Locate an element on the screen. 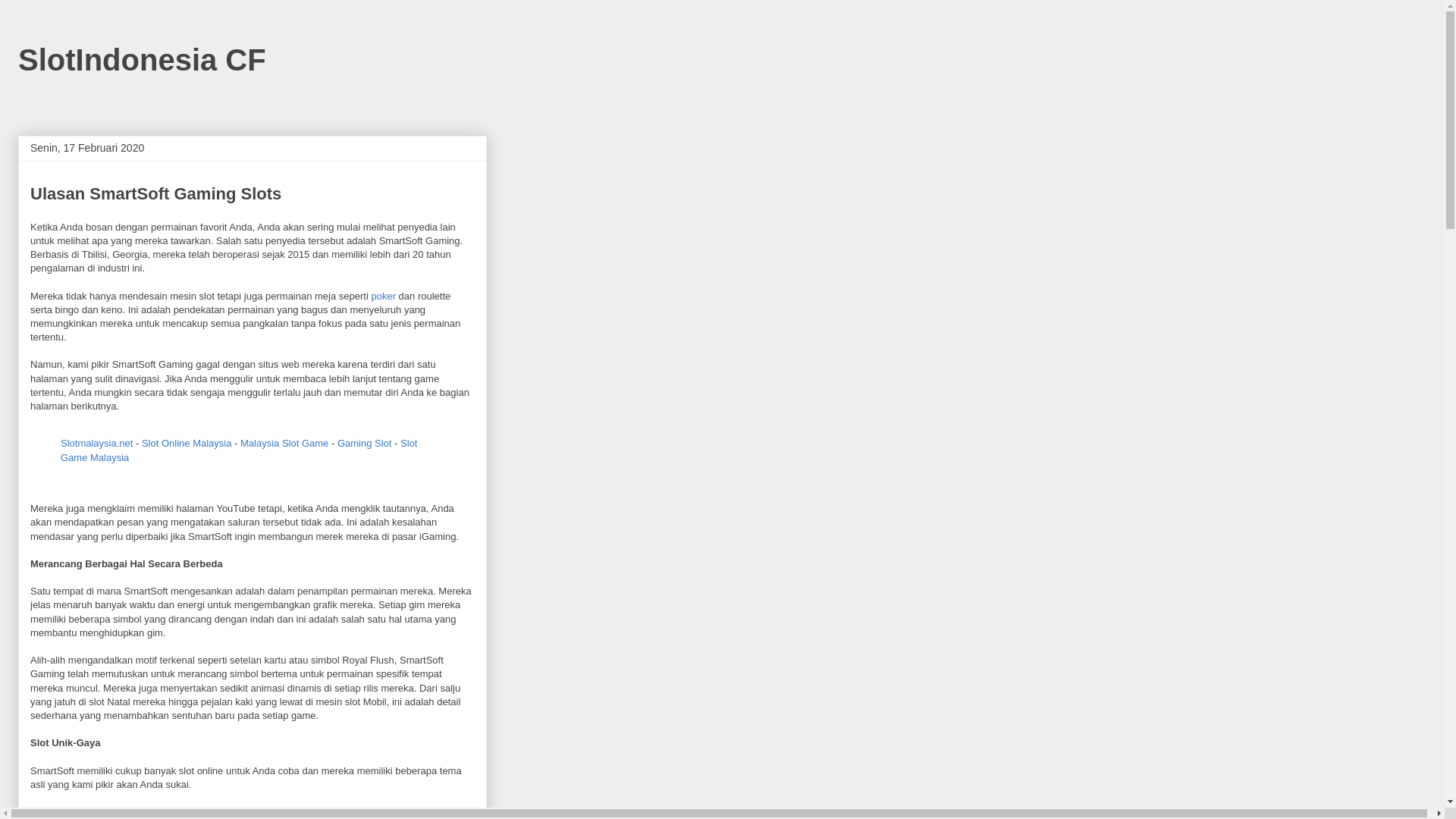 The width and height of the screenshot is (1456, 819). 'Gaming Slot' is located at coordinates (337, 443).